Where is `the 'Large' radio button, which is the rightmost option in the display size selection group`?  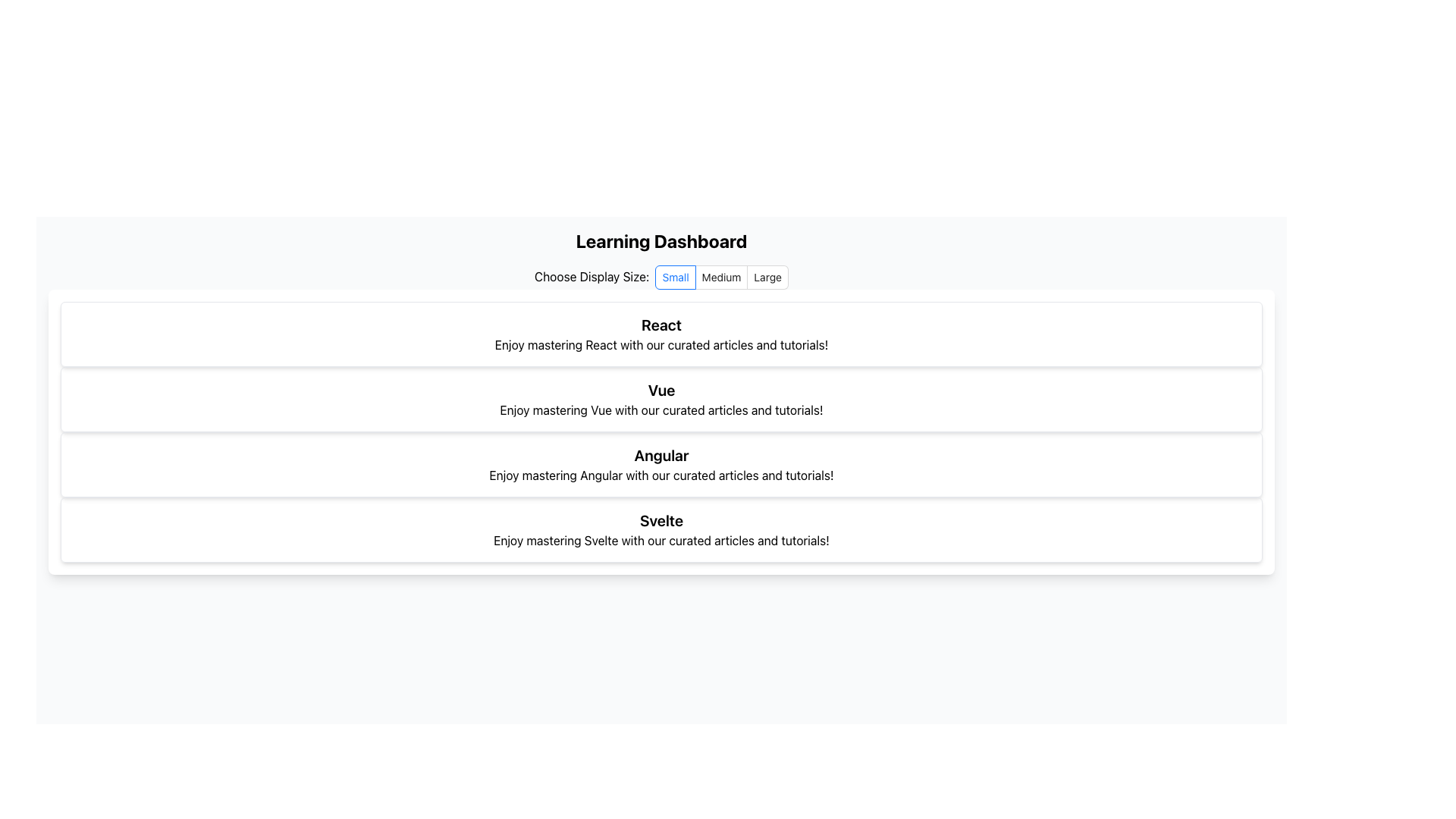
the 'Large' radio button, which is the rightmost option in the display size selection group is located at coordinates (767, 278).